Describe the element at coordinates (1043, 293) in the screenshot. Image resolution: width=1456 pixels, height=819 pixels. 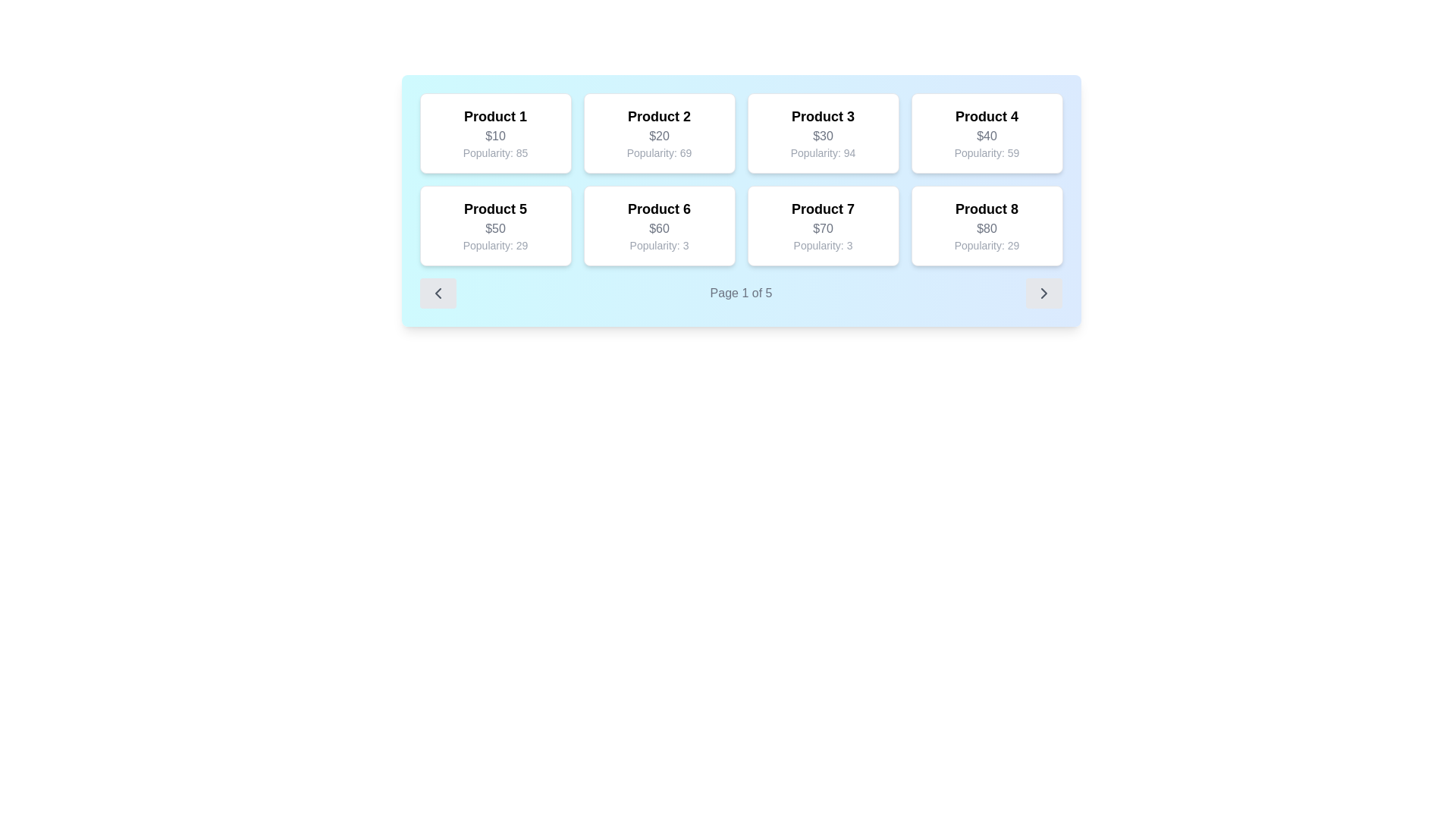
I see `the pagination button located on the right side of the interface` at that location.